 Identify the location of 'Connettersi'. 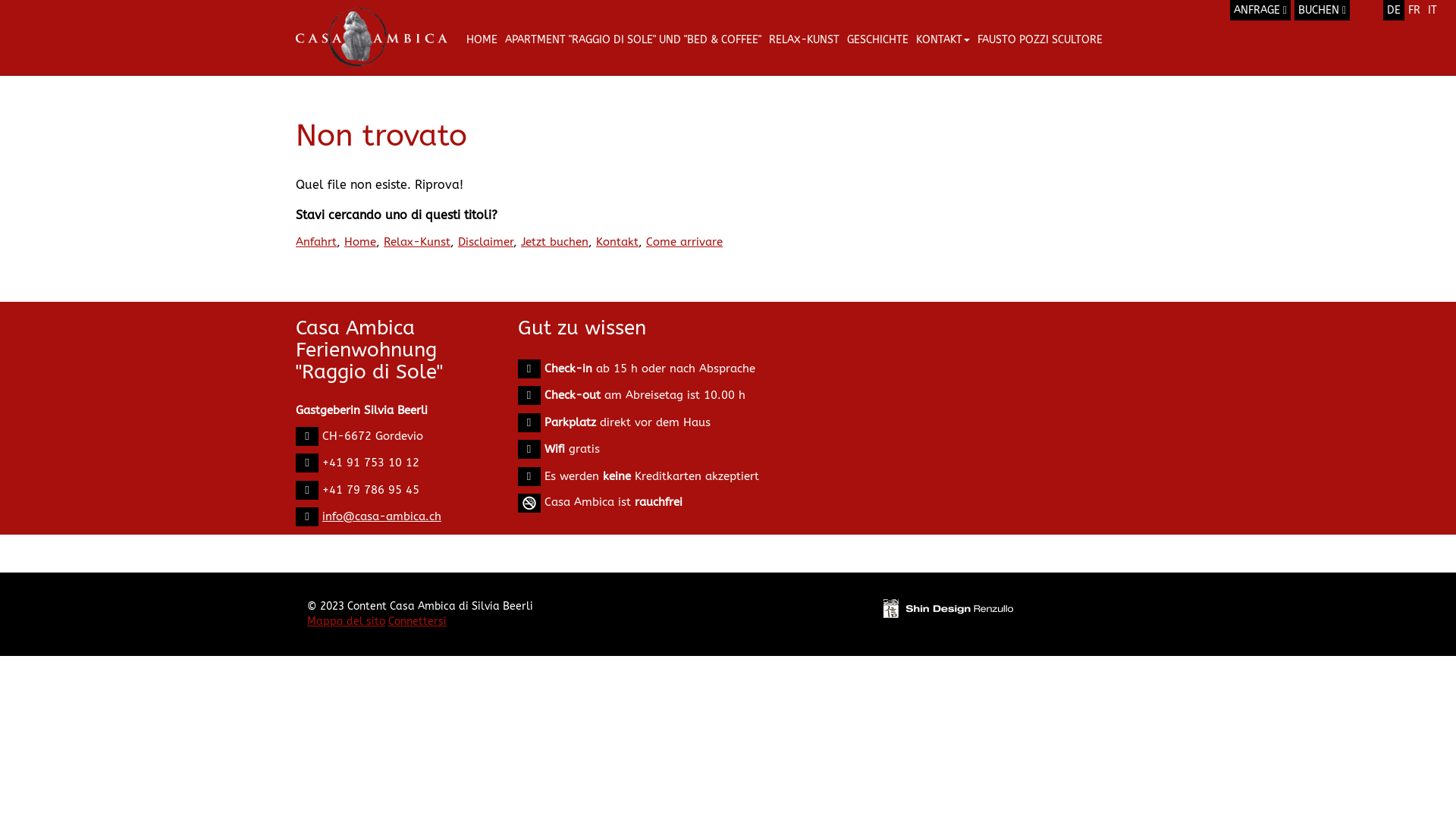
(417, 621).